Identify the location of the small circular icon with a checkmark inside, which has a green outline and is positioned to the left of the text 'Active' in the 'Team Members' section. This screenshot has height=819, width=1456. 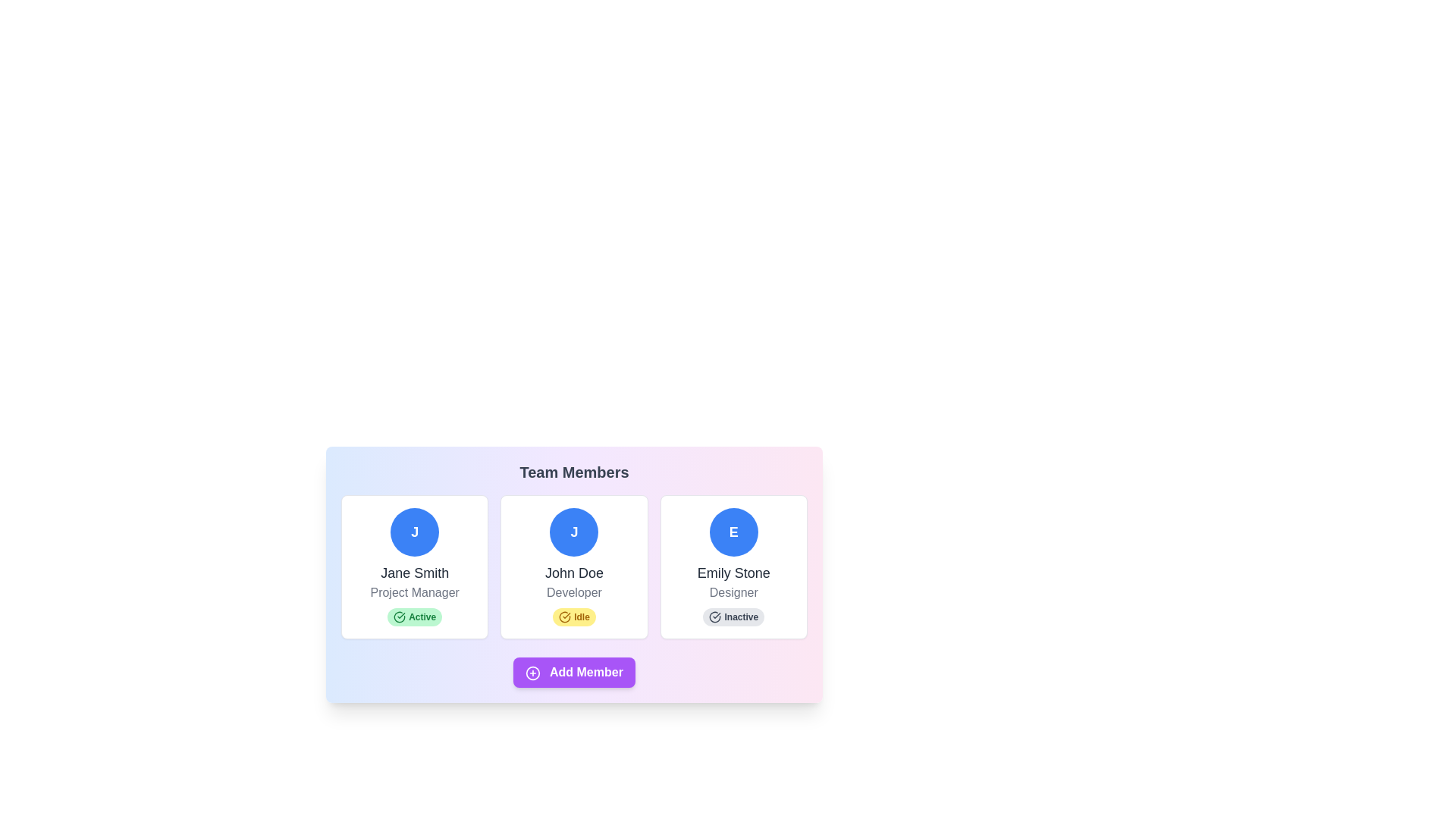
(400, 617).